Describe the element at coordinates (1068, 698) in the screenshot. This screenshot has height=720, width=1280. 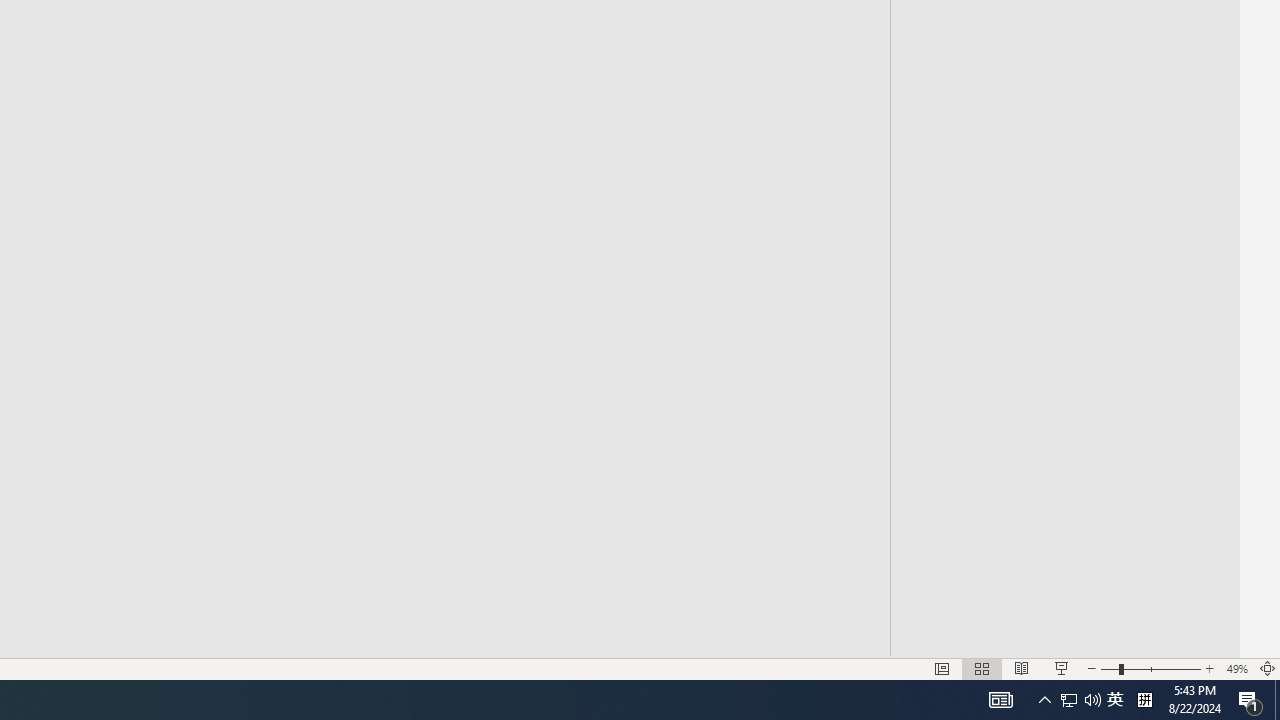
I see `'User Promoted Notification Area'` at that location.